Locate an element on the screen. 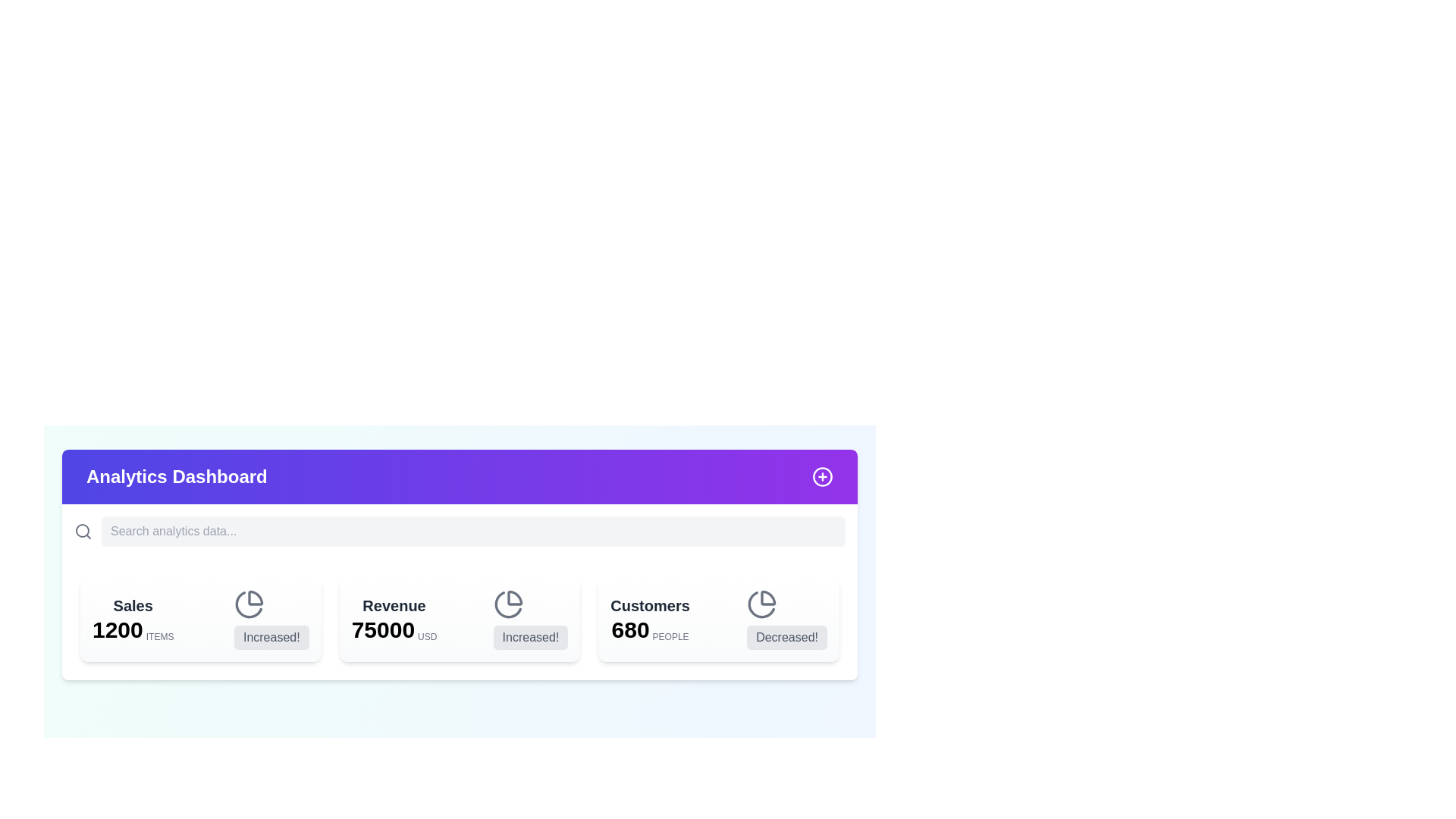  the Text label that describes the unit of the sales data, positioned to the right of the numerical value '1200' is located at coordinates (160, 637).